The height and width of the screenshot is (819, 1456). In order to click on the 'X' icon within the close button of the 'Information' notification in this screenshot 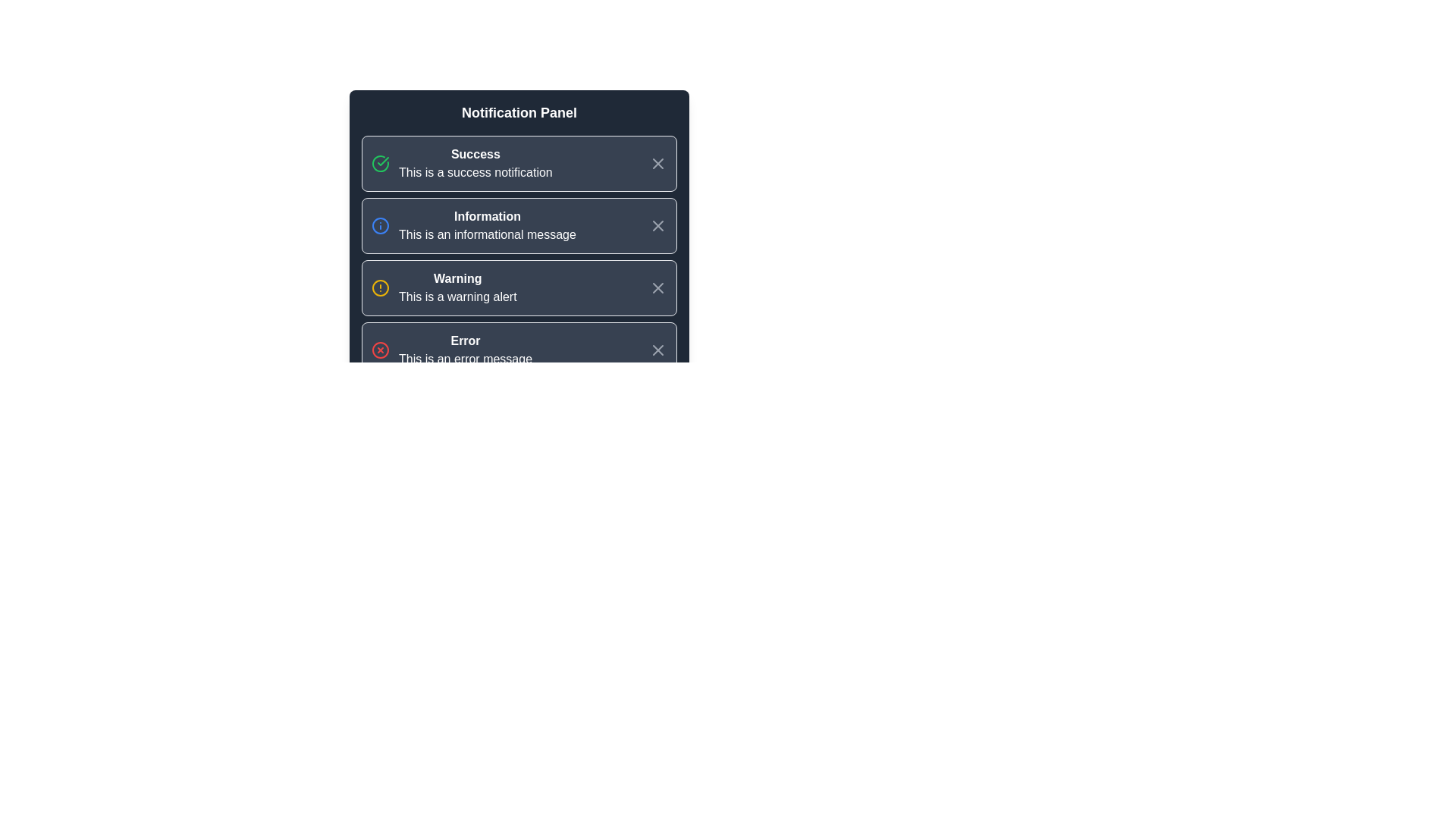, I will do `click(658, 225)`.